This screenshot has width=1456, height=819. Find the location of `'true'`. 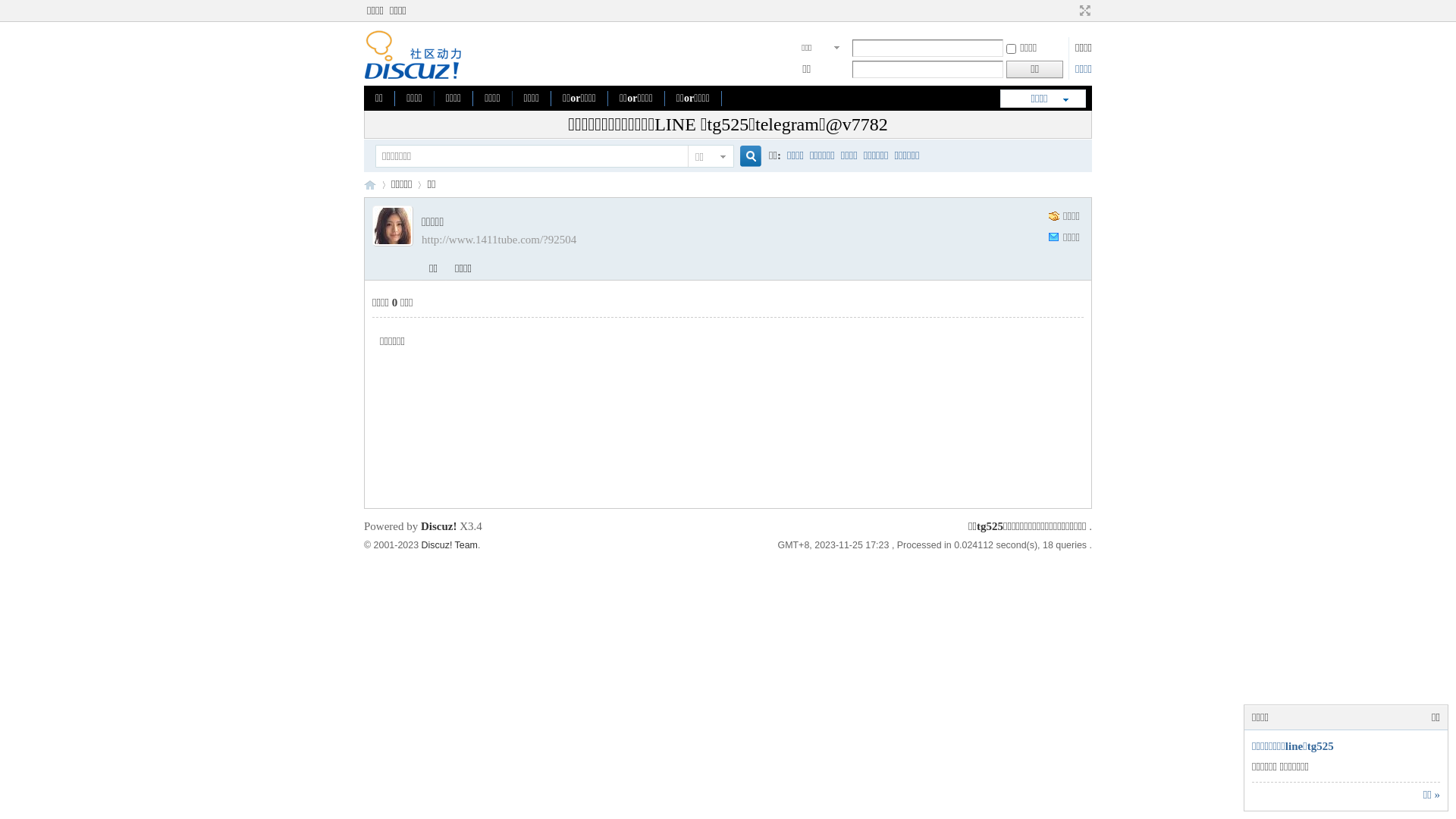

'true' is located at coordinates (745, 156).